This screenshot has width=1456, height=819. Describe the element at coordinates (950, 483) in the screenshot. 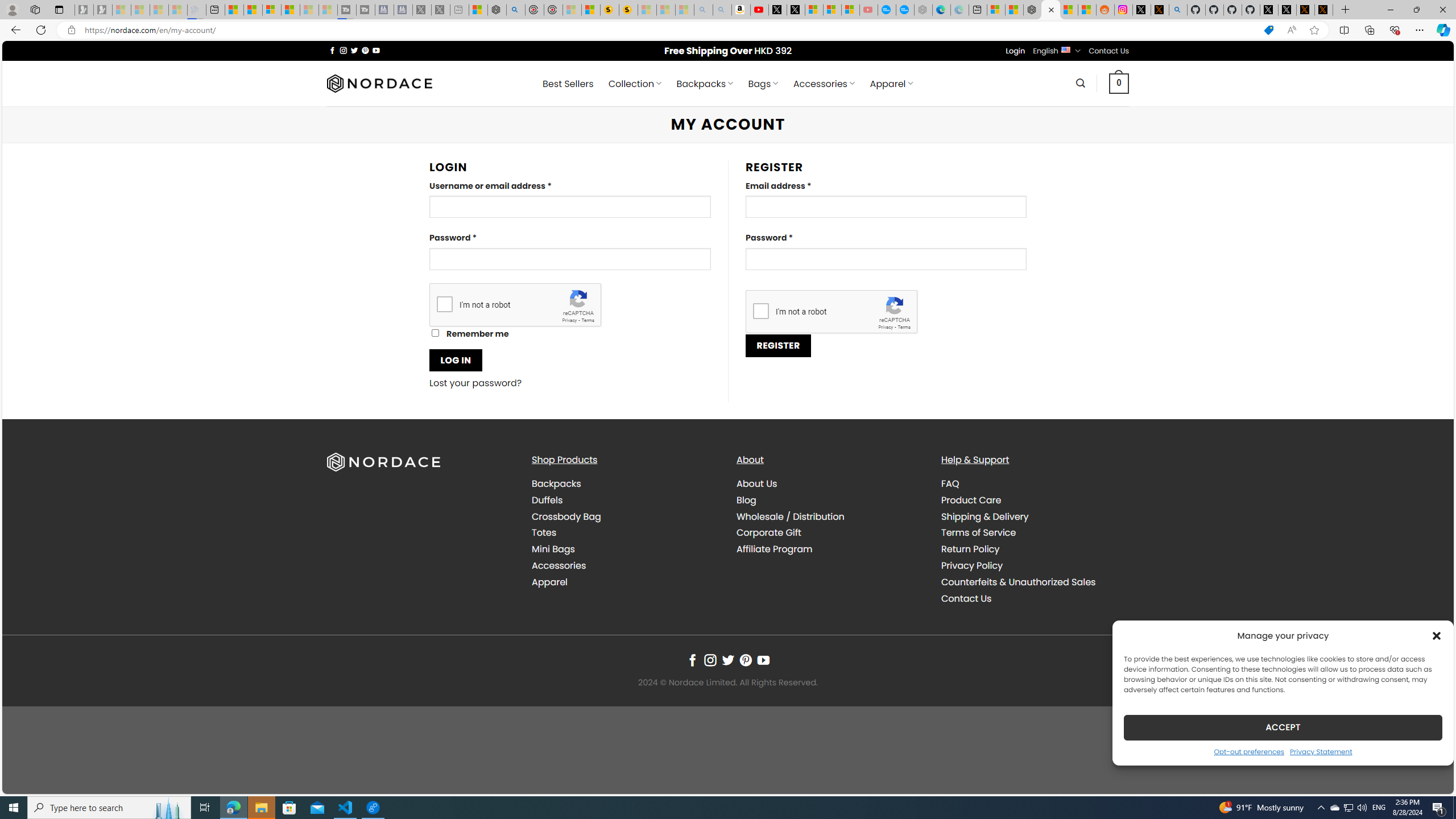

I see `'FAQ'` at that location.